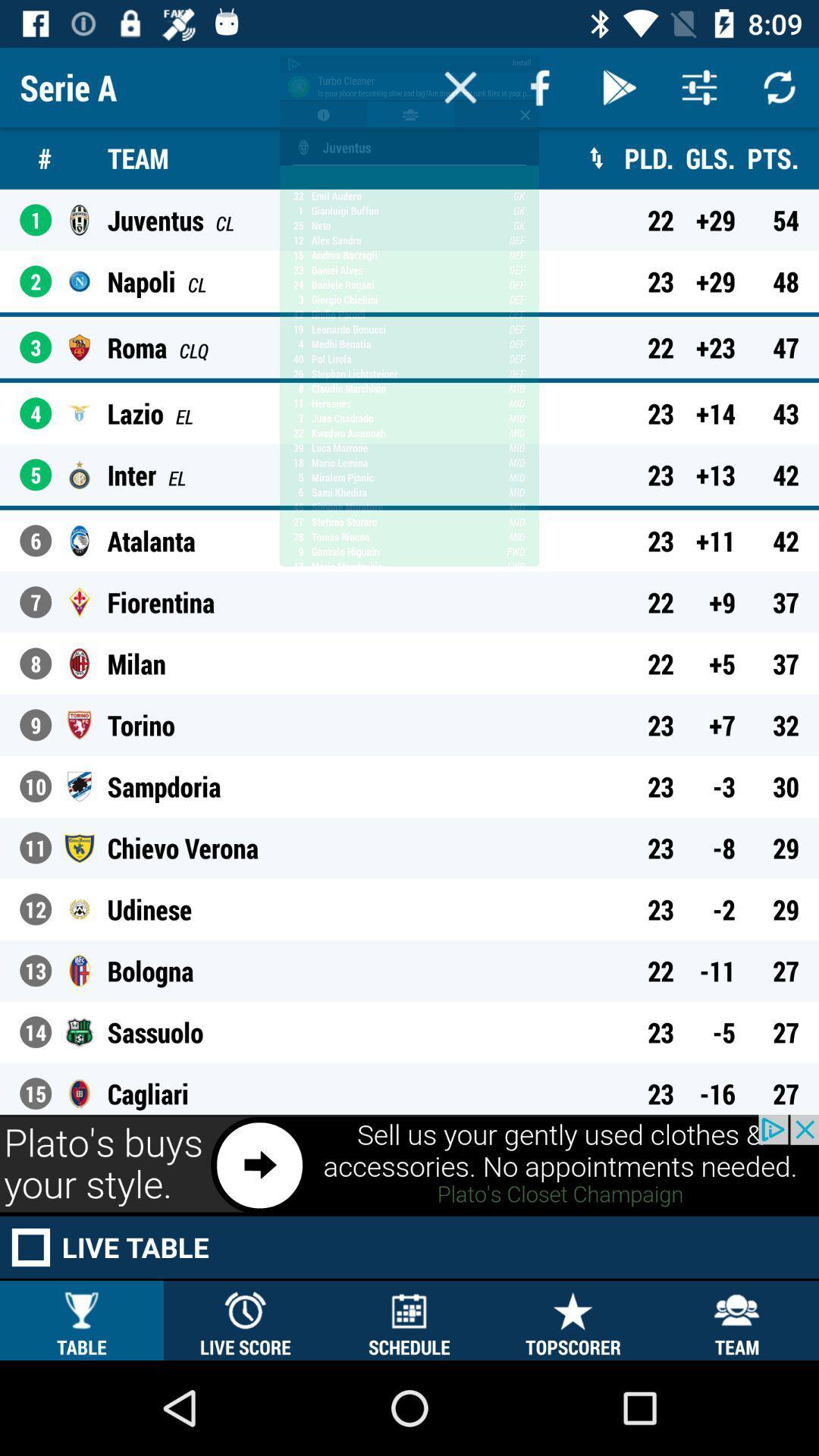 The width and height of the screenshot is (819, 1456). What do you see at coordinates (699, 86) in the screenshot?
I see `the sliders icon` at bounding box center [699, 86].